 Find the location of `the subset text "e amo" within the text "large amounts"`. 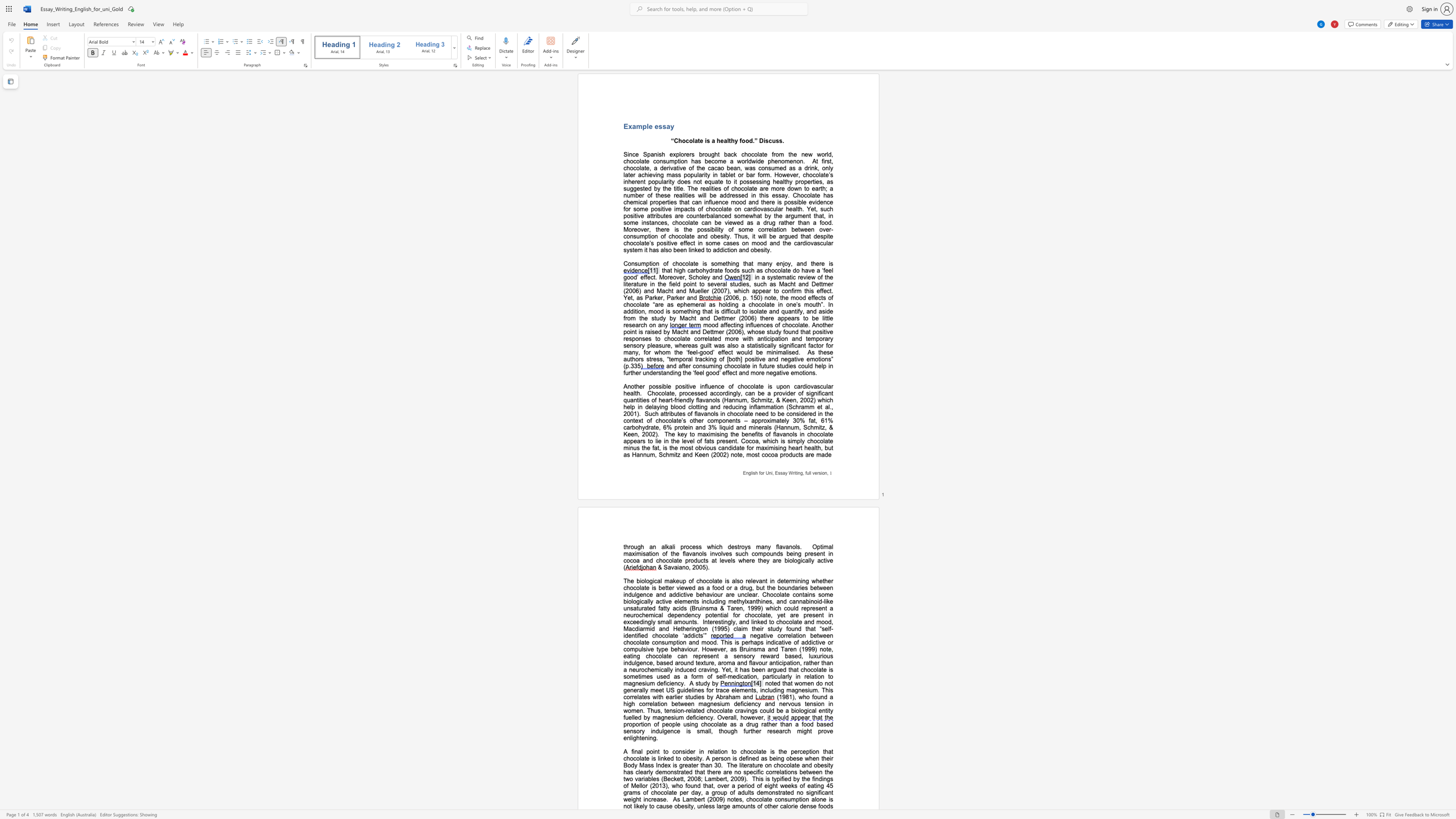

the subset text "e amo" within the text "large amounts" is located at coordinates (726, 806).